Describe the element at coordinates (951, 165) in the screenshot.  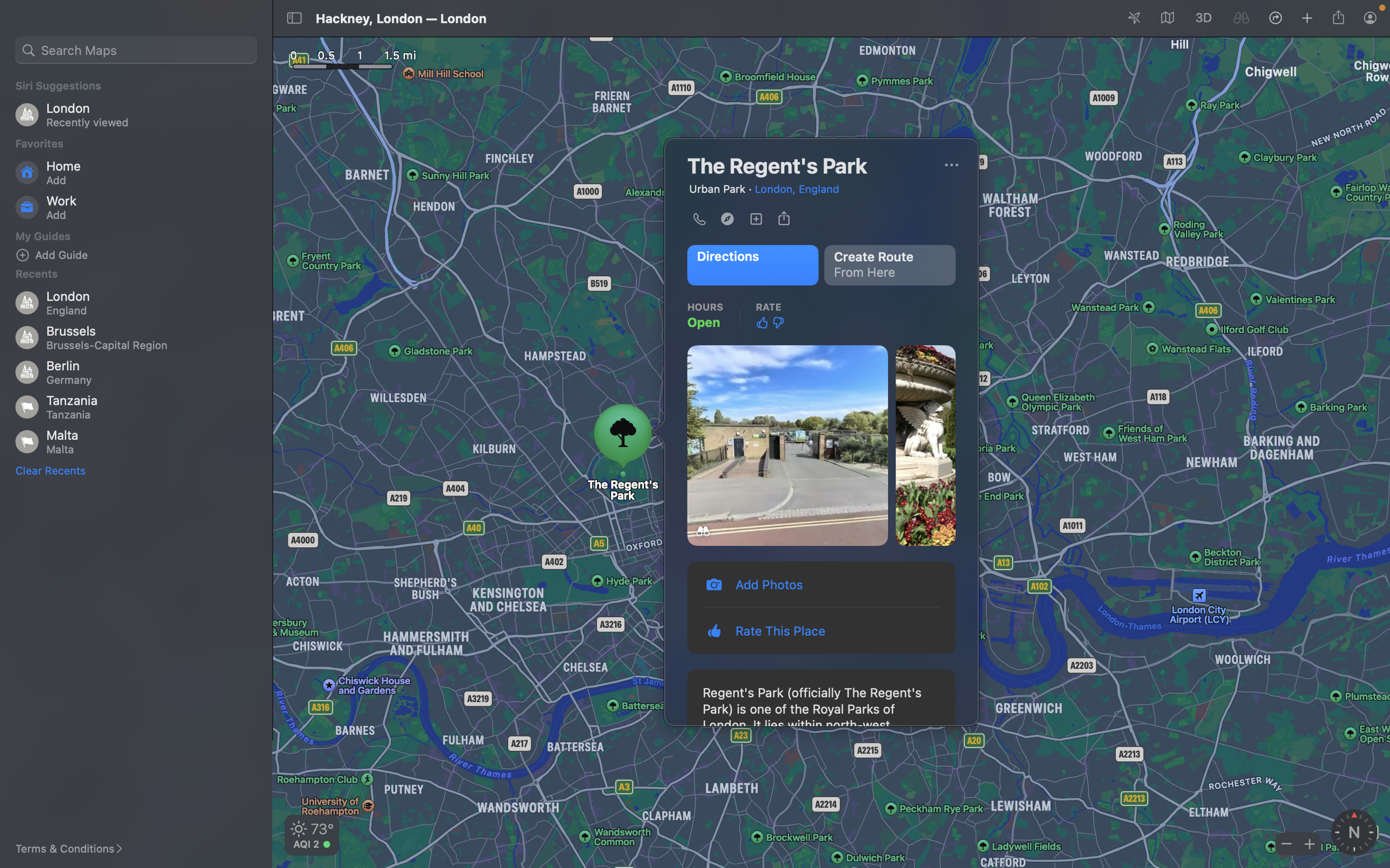
I see `Switch the visual display to a satellite image` at that location.